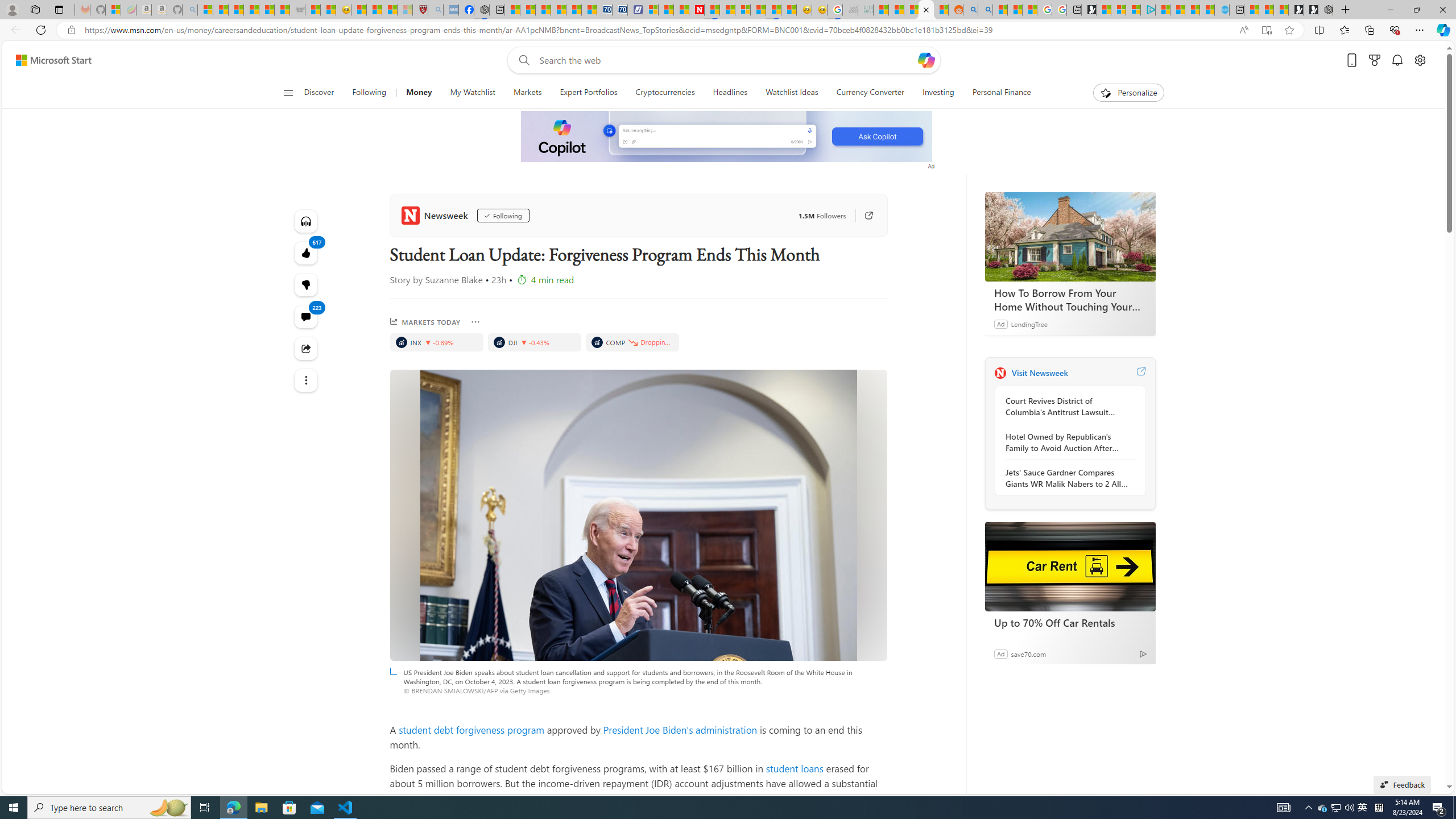 The image size is (1456, 819). What do you see at coordinates (475, 322) in the screenshot?
I see `'More Options'` at bounding box center [475, 322].